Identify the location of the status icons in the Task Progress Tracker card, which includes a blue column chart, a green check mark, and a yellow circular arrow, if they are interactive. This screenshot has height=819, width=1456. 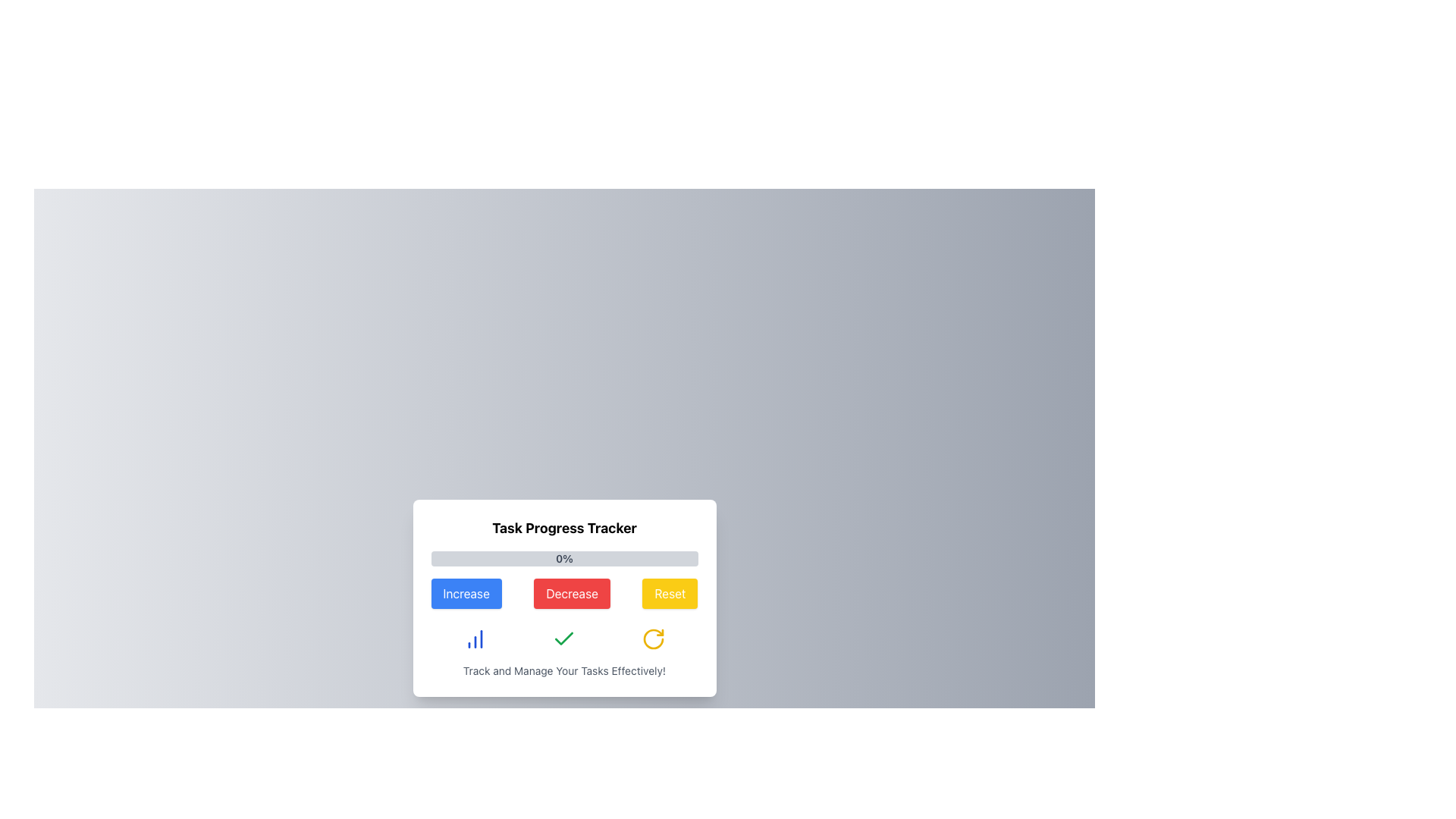
(563, 639).